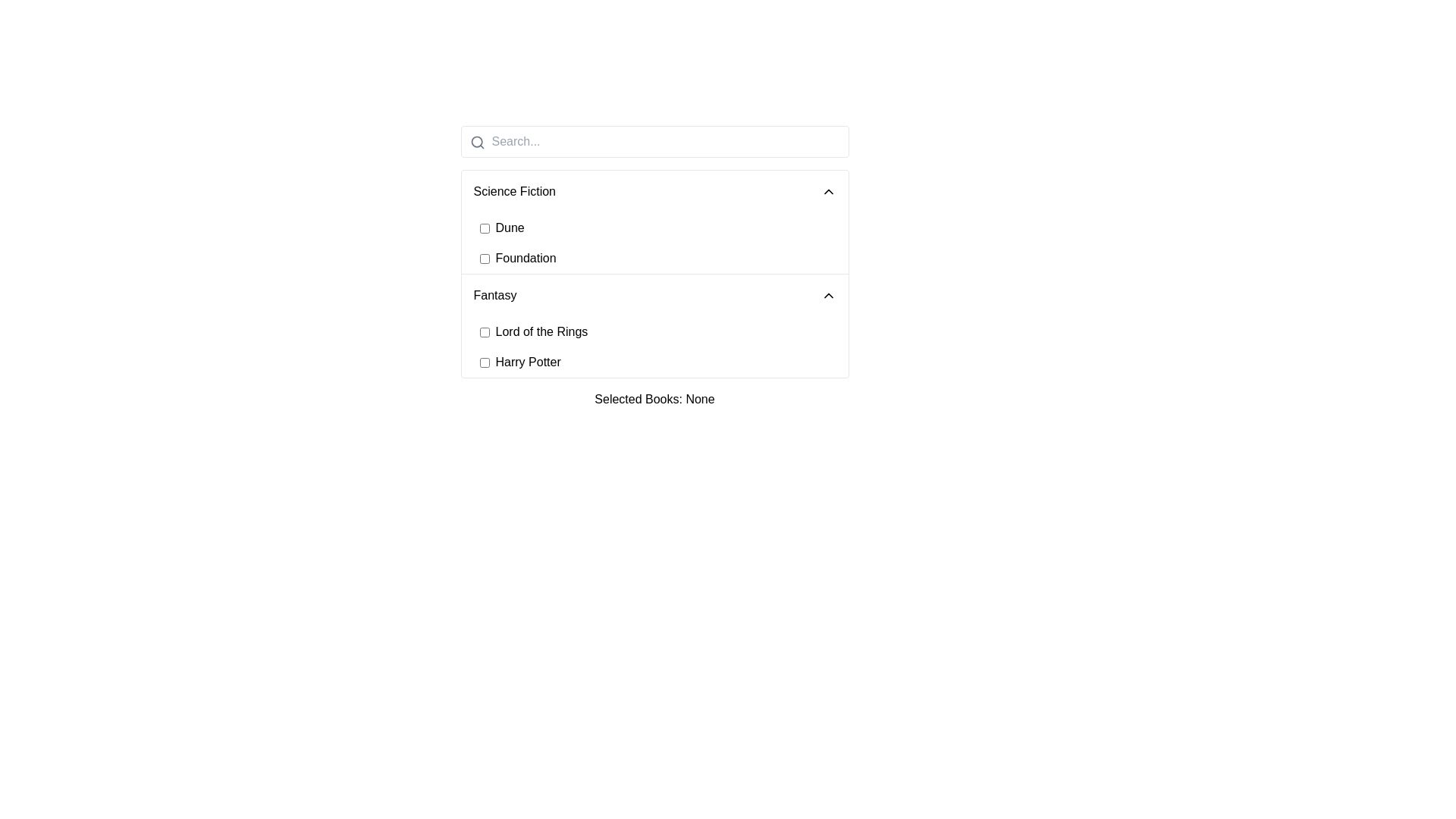 The width and height of the screenshot is (1456, 819). What do you see at coordinates (664, 331) in the screenshot?
I see `the checkbox for 'Lord of the Rings'` at bounding box center [664, 331].